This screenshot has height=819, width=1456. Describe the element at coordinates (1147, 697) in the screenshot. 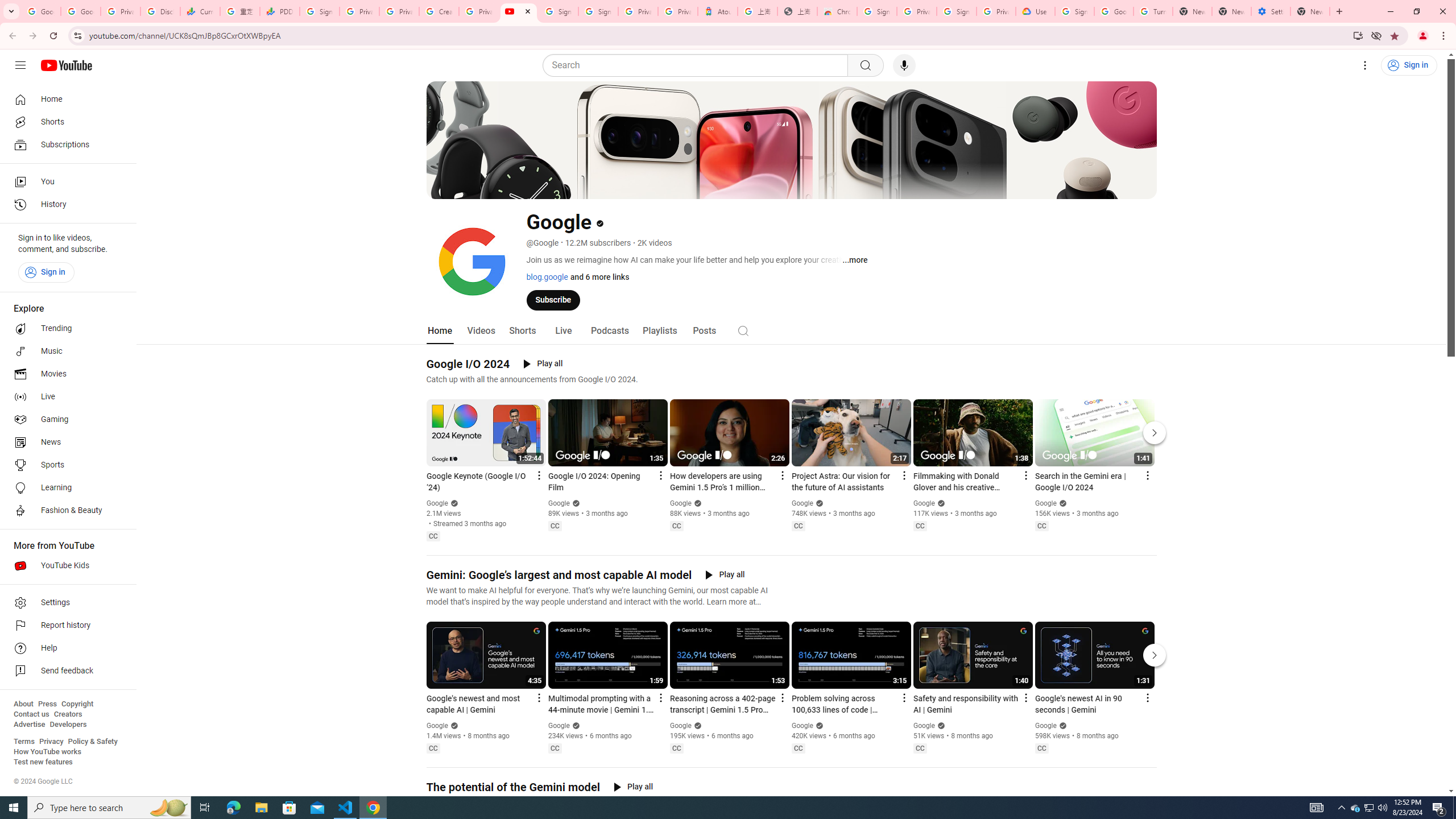

I see `'Action menu'` at that location.